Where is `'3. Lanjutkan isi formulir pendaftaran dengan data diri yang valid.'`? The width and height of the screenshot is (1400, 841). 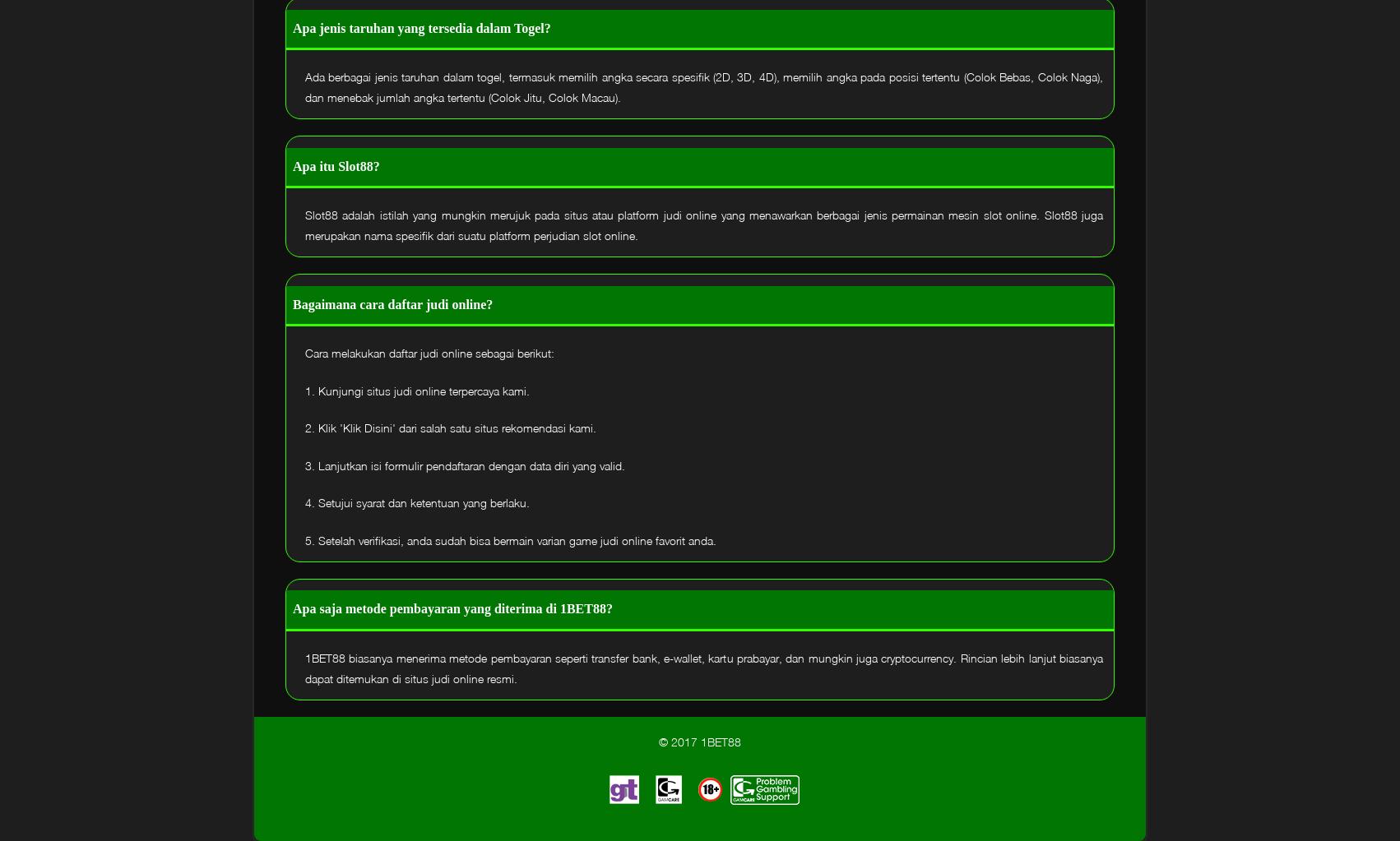
'3. Lanjutkan isi formulir pendaftaran dengan data diri yang valid.' is located at coordinates (464, 464).